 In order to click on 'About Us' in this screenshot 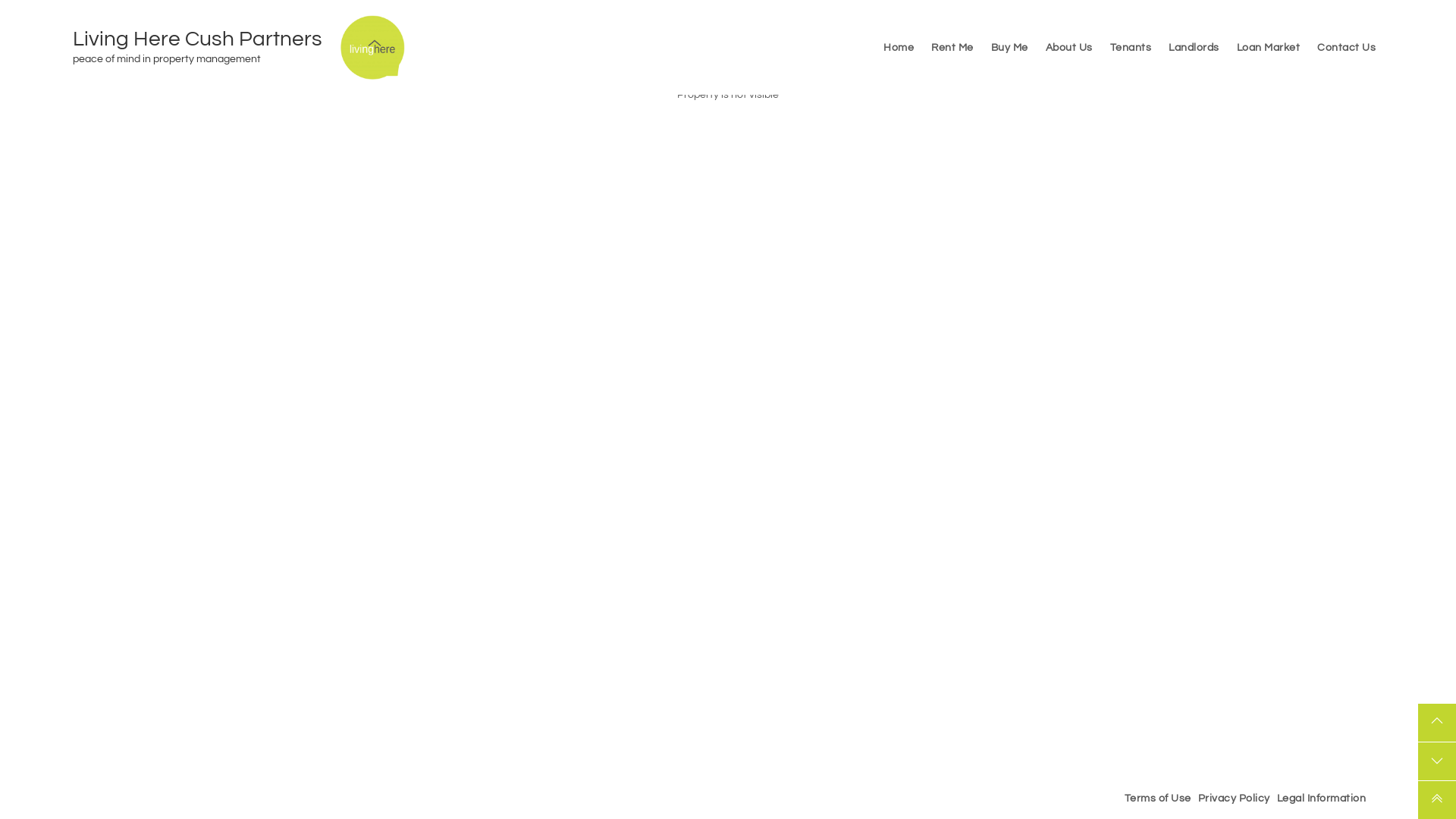, I will do `click(1068, 45)`.